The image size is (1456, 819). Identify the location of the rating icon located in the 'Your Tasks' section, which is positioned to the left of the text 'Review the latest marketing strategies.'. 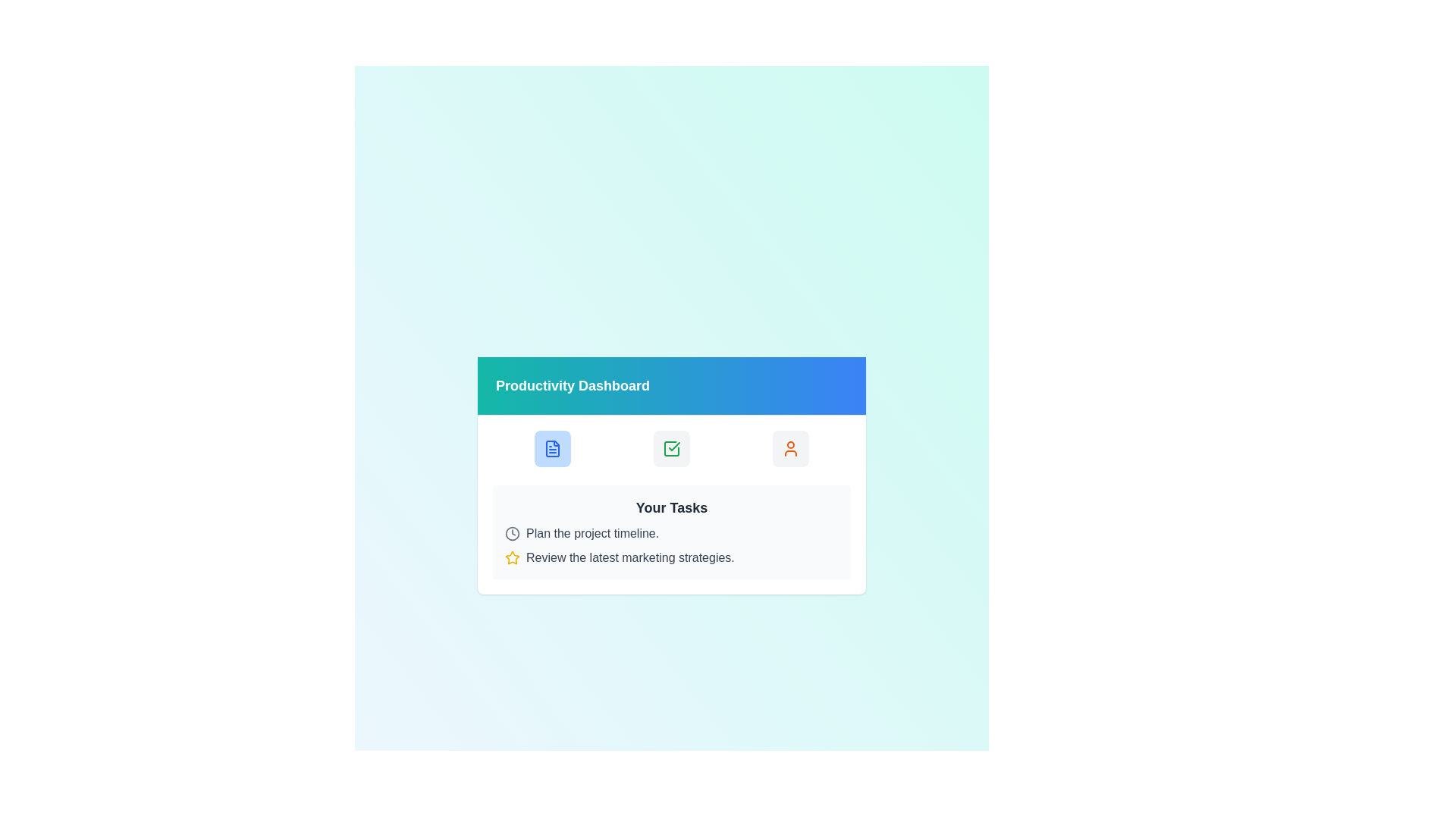
(513, 557).